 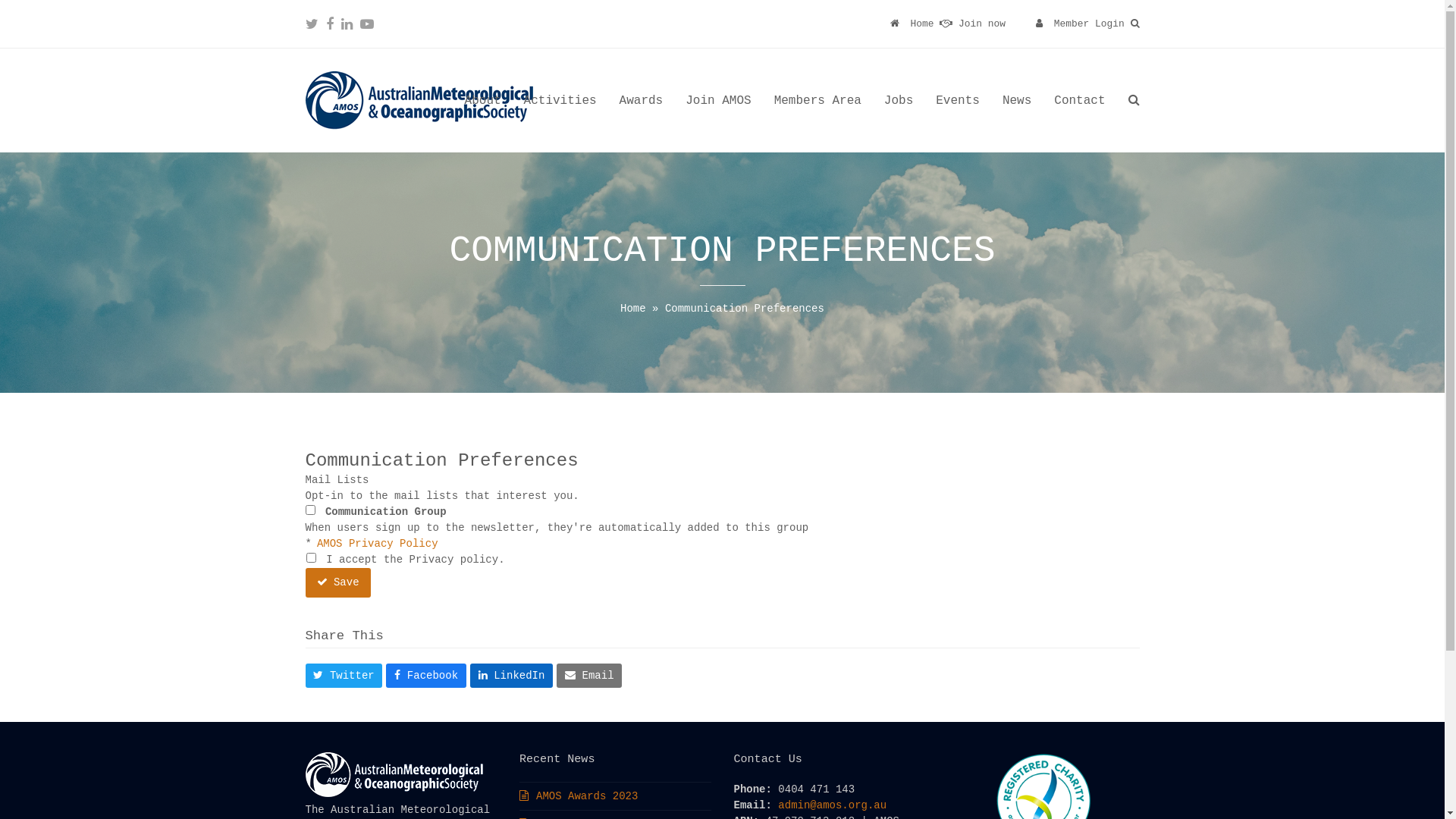 What do you see at coordinates (337, 581) in the screenshot?
I see `'Save'` at bounding box center [337, 581].